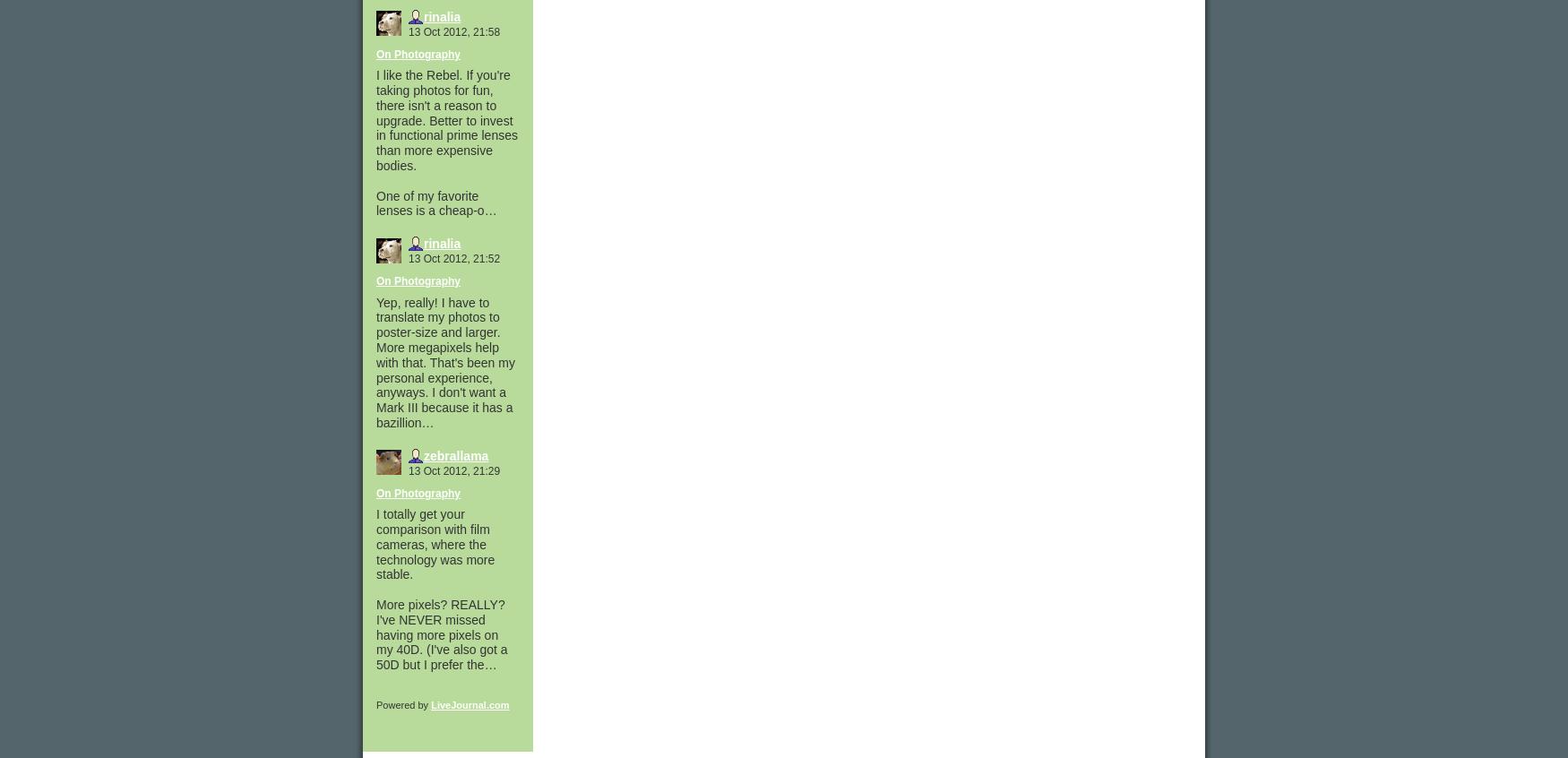 Image resolution: width=1568 pixels, height=758 pixels. What do you see at coordinates (435, 543) in the screenshot?
I see `'I totally get your comparison with film cameras, where the technology was more stable.'` at bounding box center [435, 543].